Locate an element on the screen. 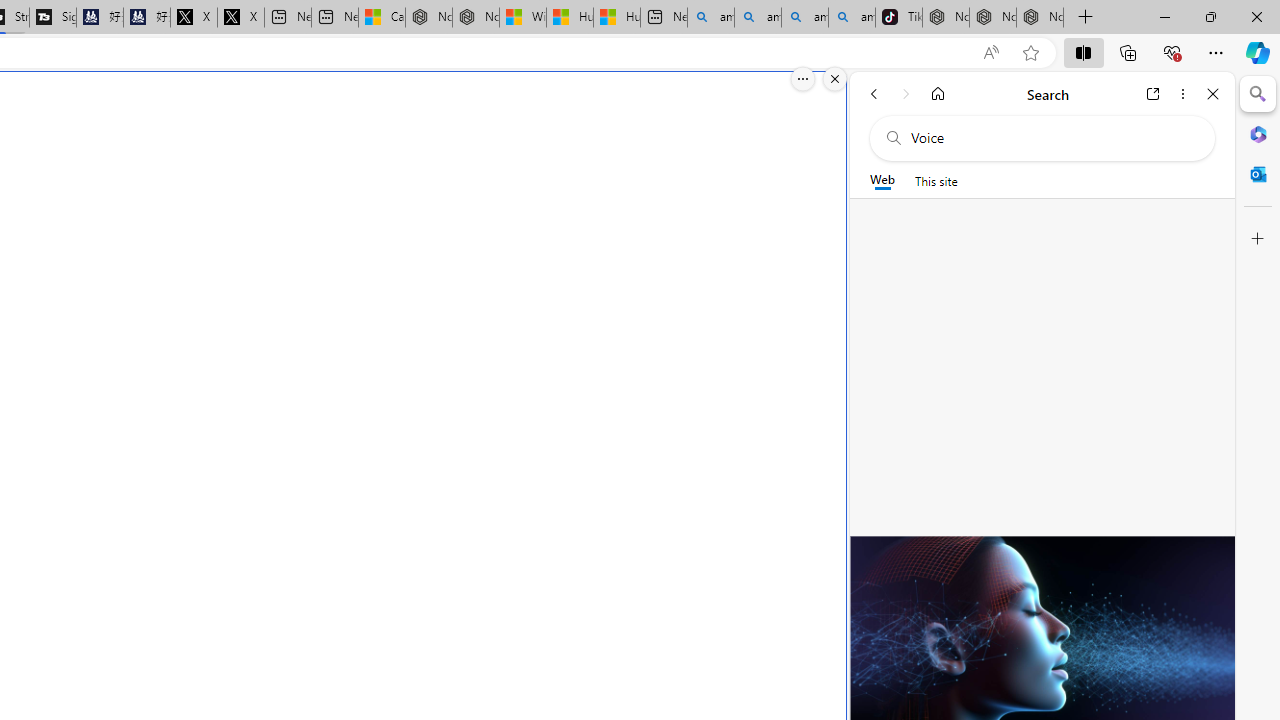 The width and height of the screenshot is (1280, 720). 'Nordace - Best Sellers' is located at coordinates (944, 17).